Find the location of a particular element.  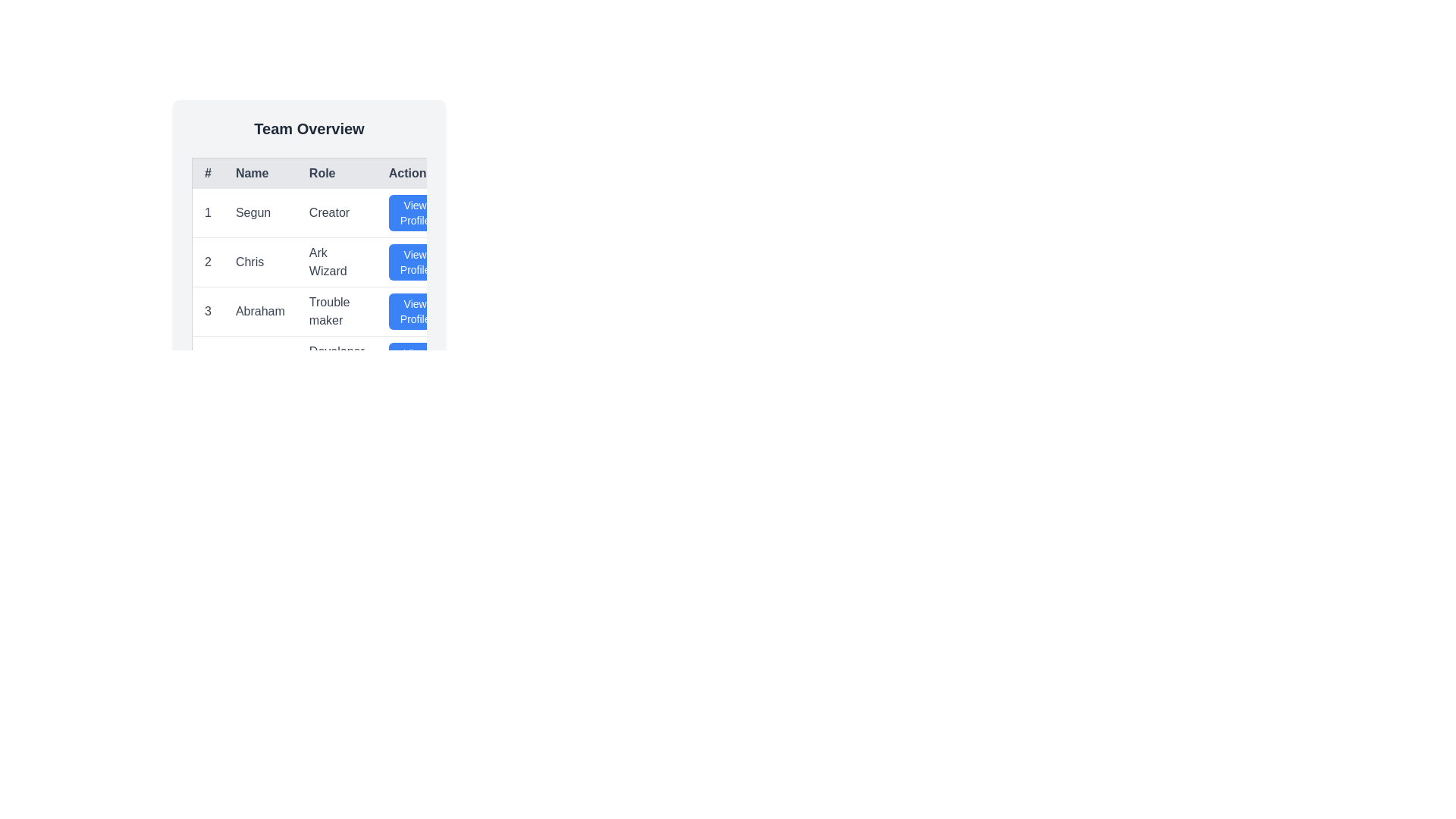

the 'View Profile' button in the fourth table row, which contains '4' in the # column, 'Esther' in the Name column, and 'Developer Advocate' in the Role column is located at coordinates (329, 360).